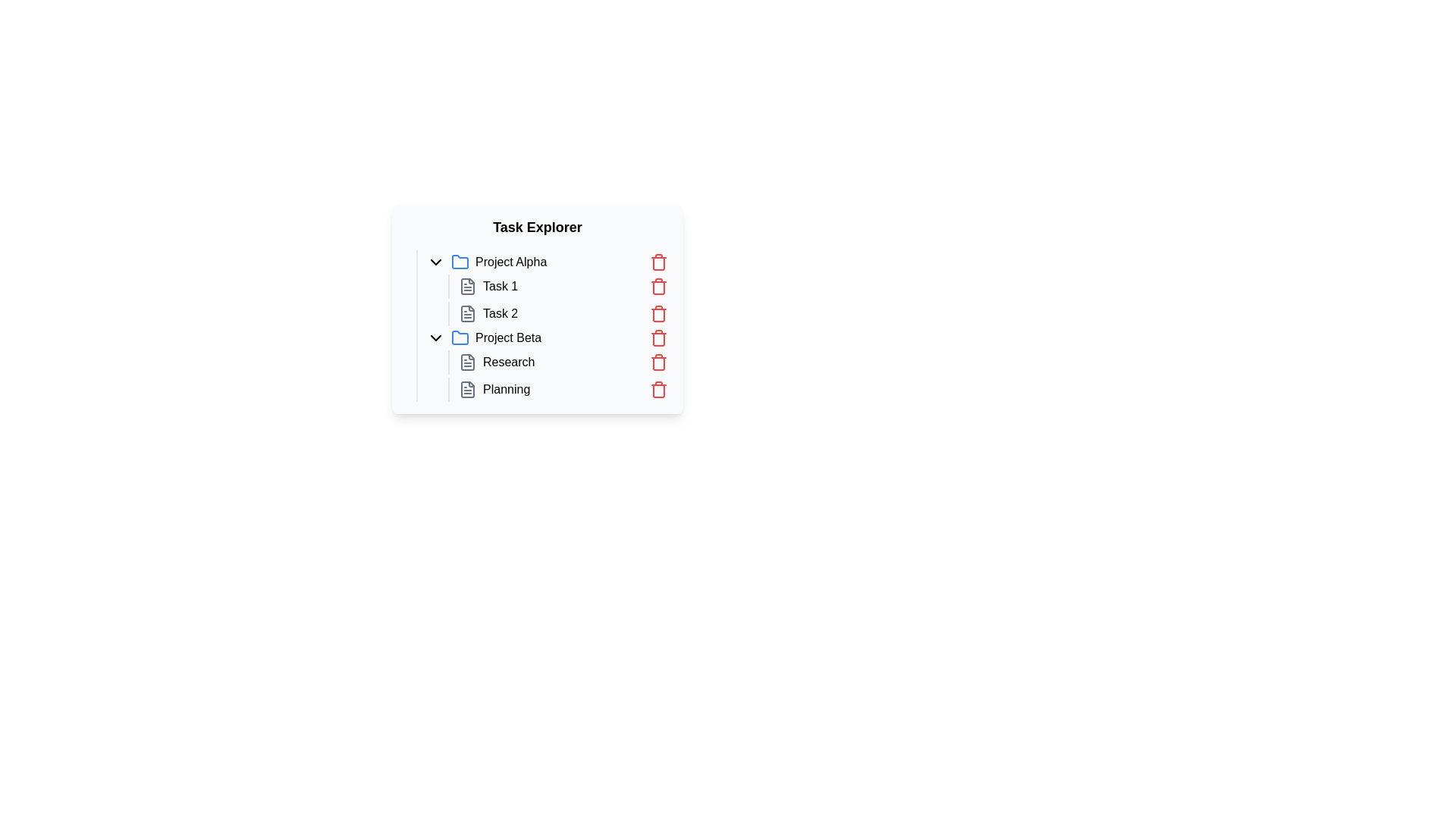 This screenshot has height=819, width=1456. Describe the element at coordinates (507, 388) in the screenshot. I see `the 'Planning' label in the 'Task Explorer' panel` at that location.